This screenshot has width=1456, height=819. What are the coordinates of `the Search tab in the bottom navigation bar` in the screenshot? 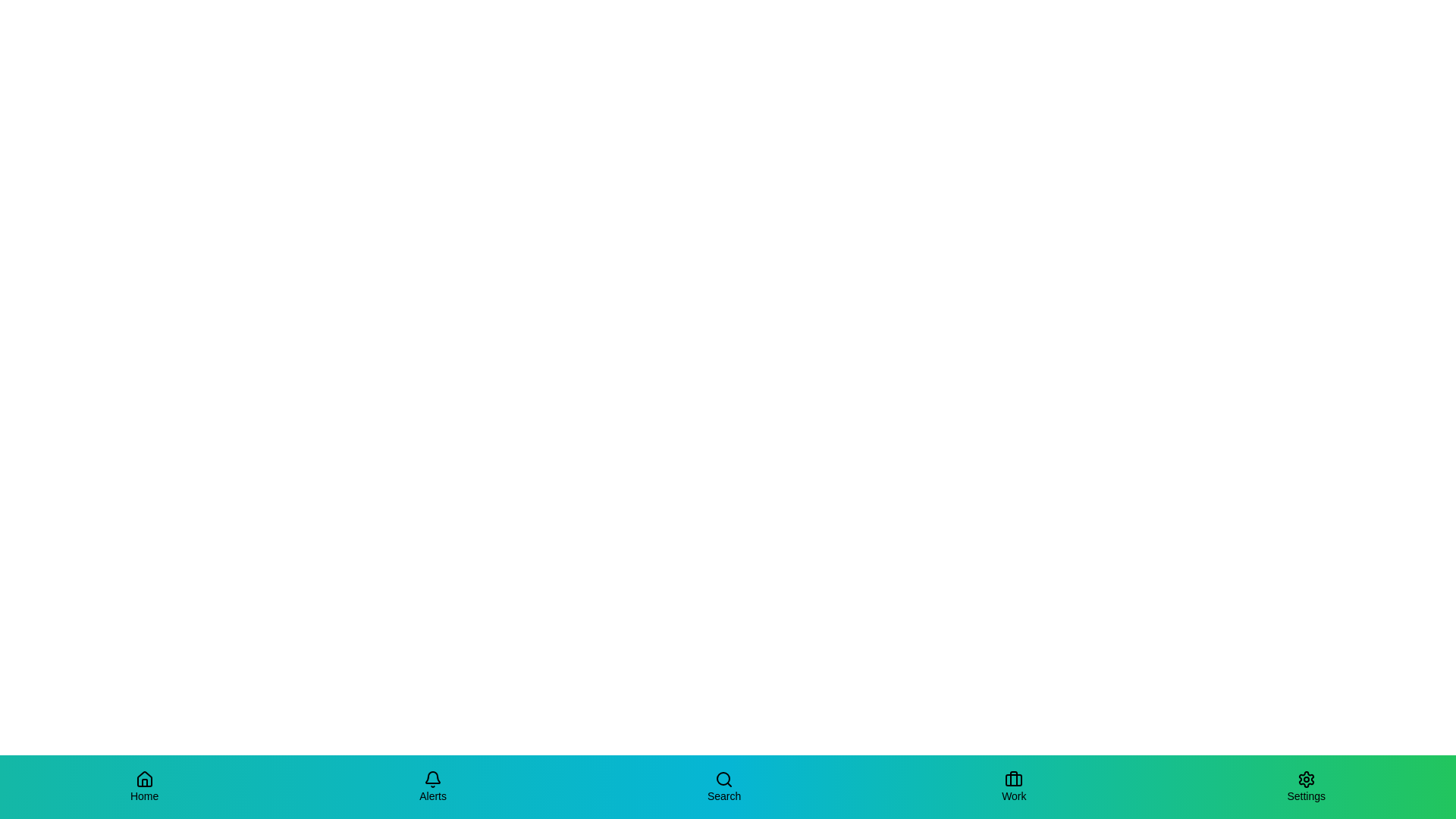 It's located at (723, 786).